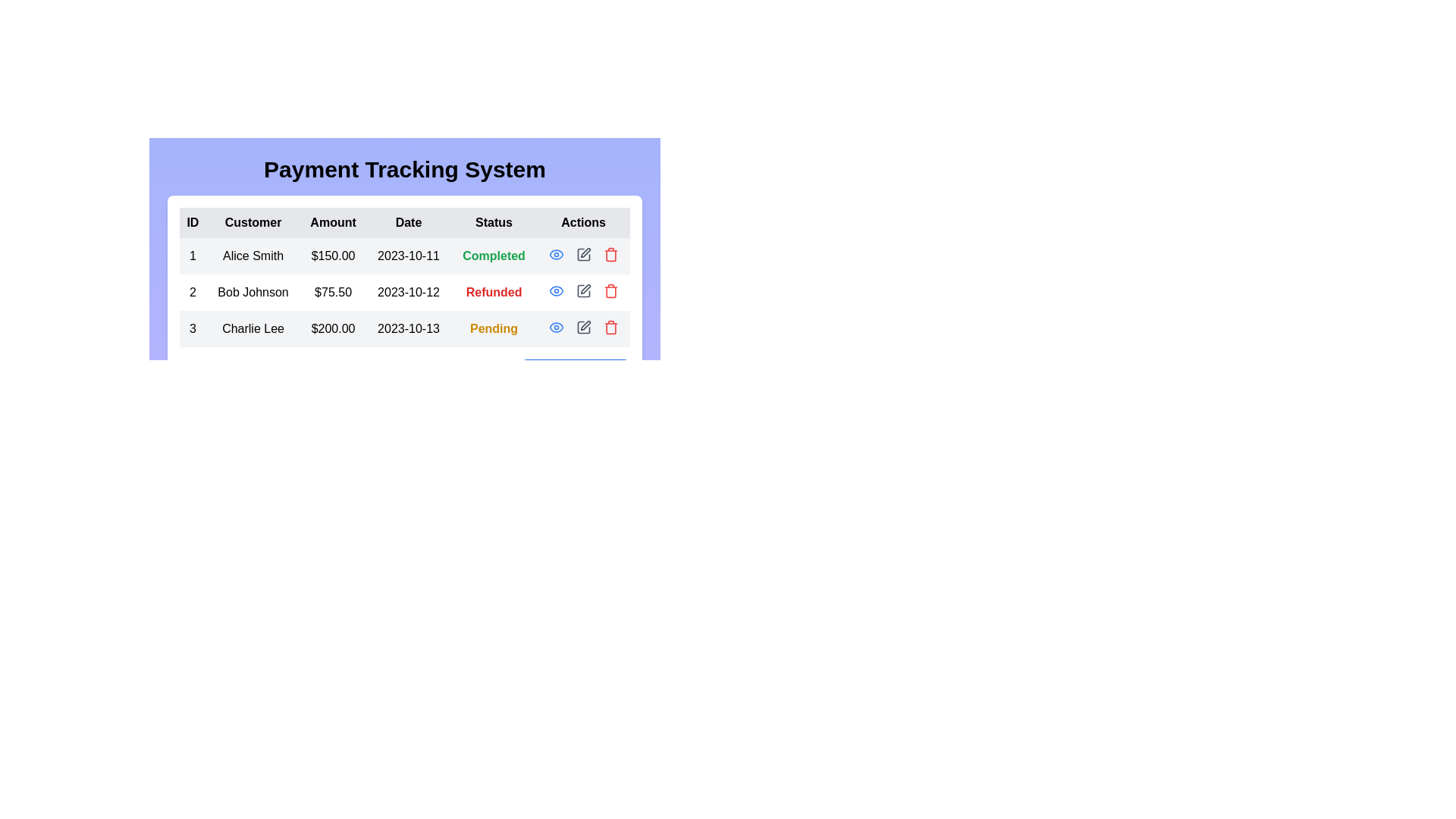 The width and height of the screenshot is (1456, 819). I want to click on the 'Charlie Lee' text label in the Customer column of the Payment Tracking System table, which serves as an identifier for the transaction, so click(253, 328).